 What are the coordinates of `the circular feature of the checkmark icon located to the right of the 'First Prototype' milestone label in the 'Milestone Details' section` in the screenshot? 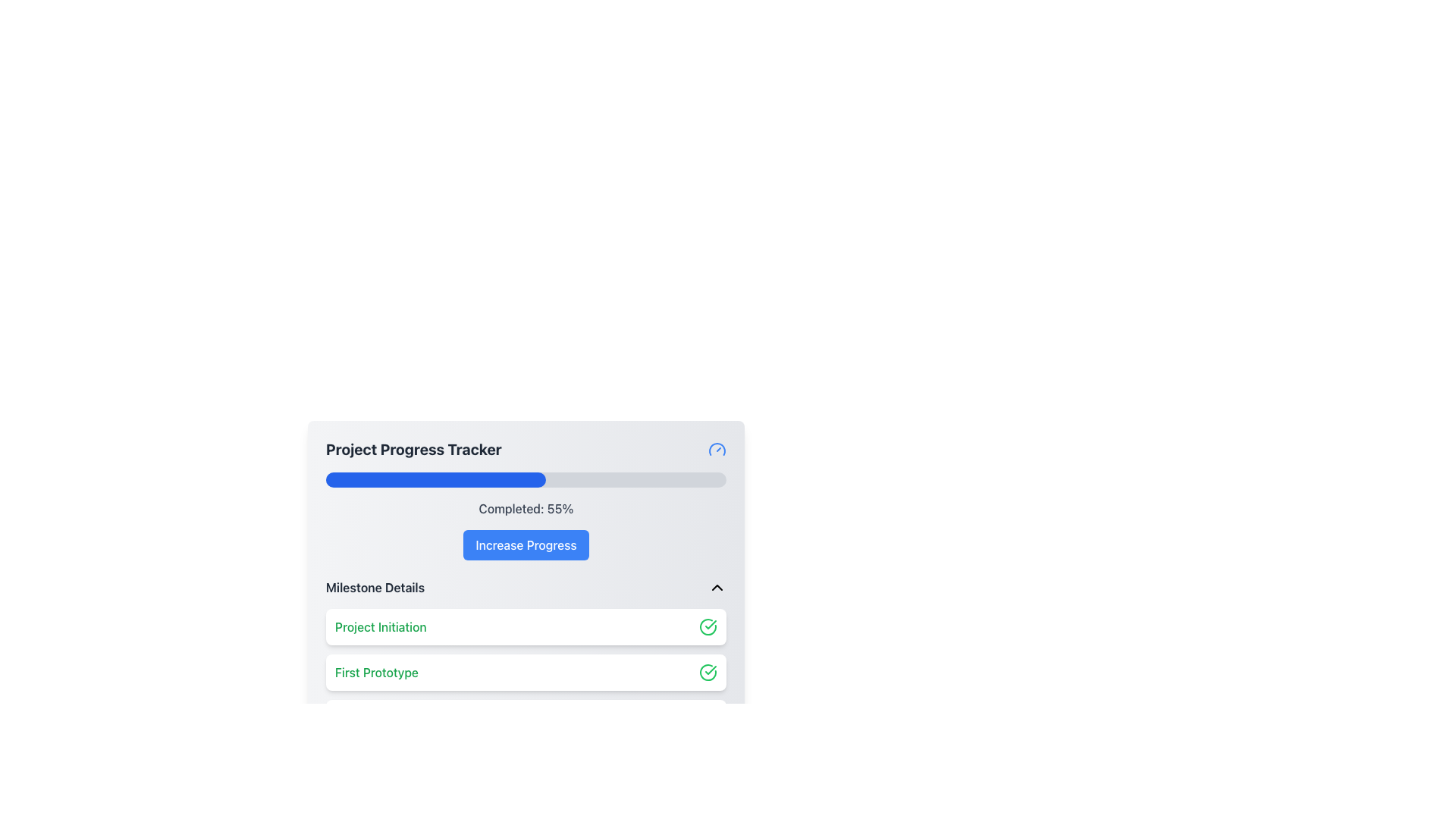 It's located at (708, 672).